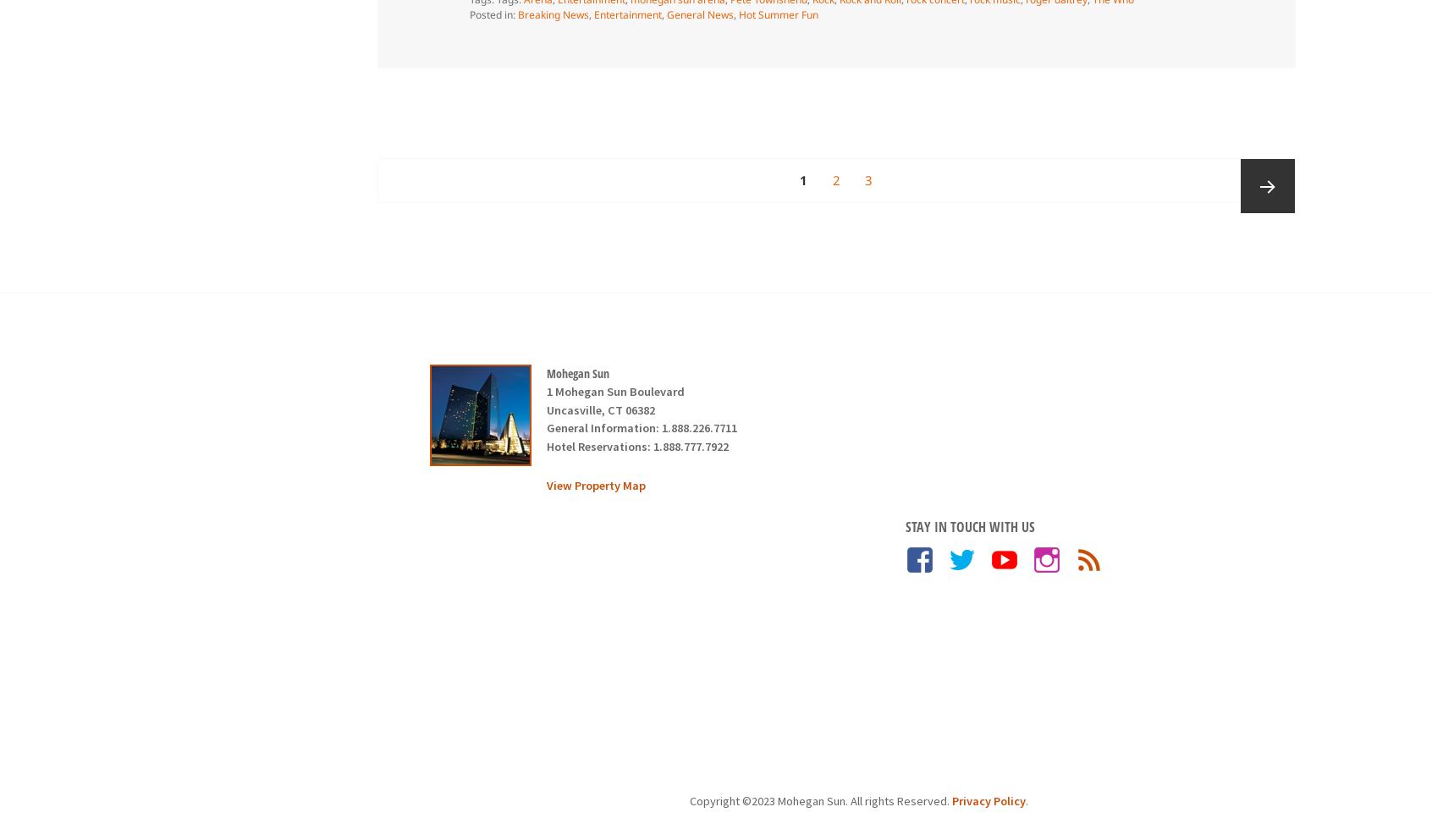  What do you see at coordinates (835, 179) in the screenshot?
I see `'2'` at bounding box center [835, 179].